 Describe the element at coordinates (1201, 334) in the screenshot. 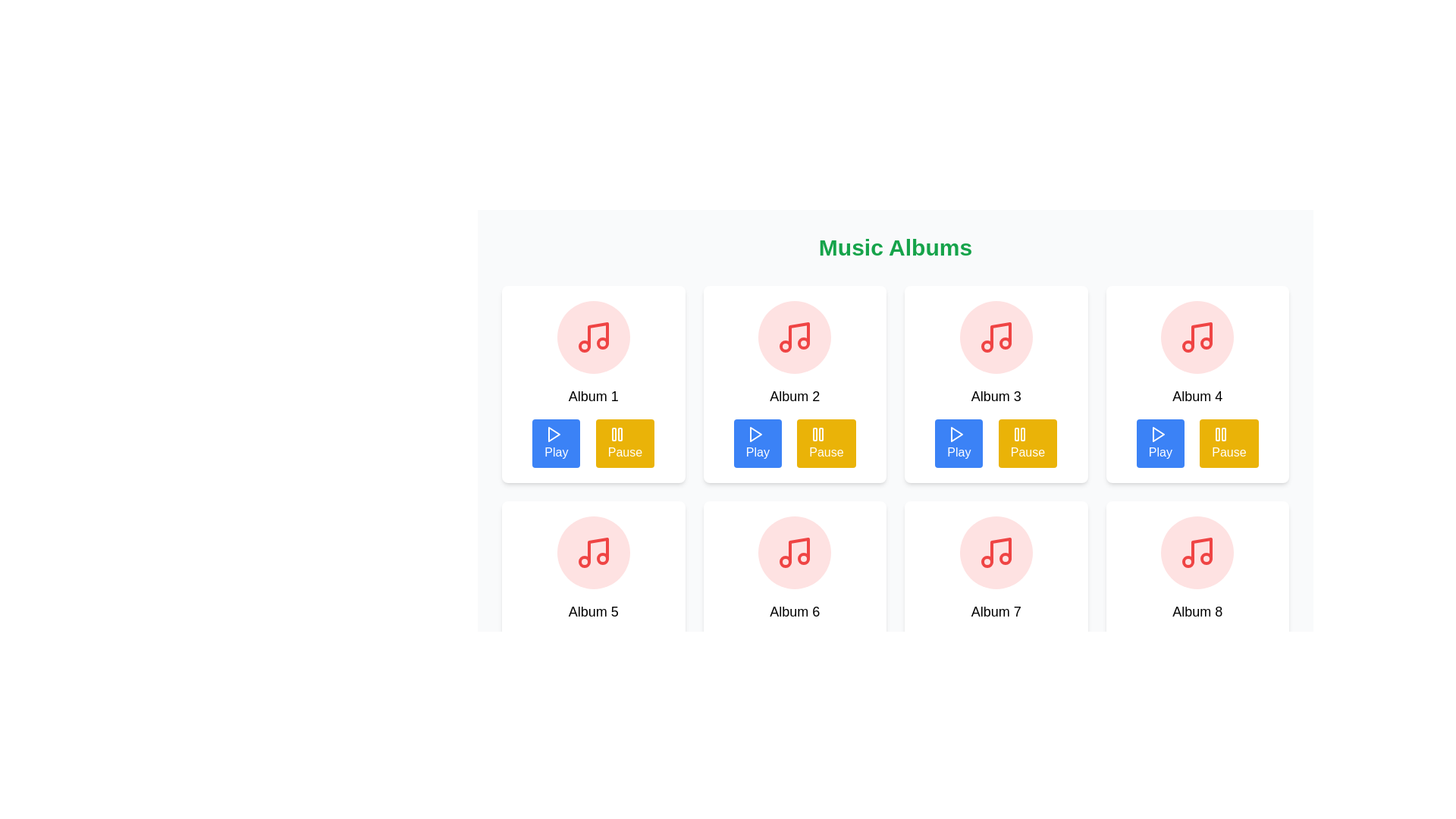

I see `the vertical stem of the musical note icon within the 'Album 4' card located at the center-top of the album grid` at that location.